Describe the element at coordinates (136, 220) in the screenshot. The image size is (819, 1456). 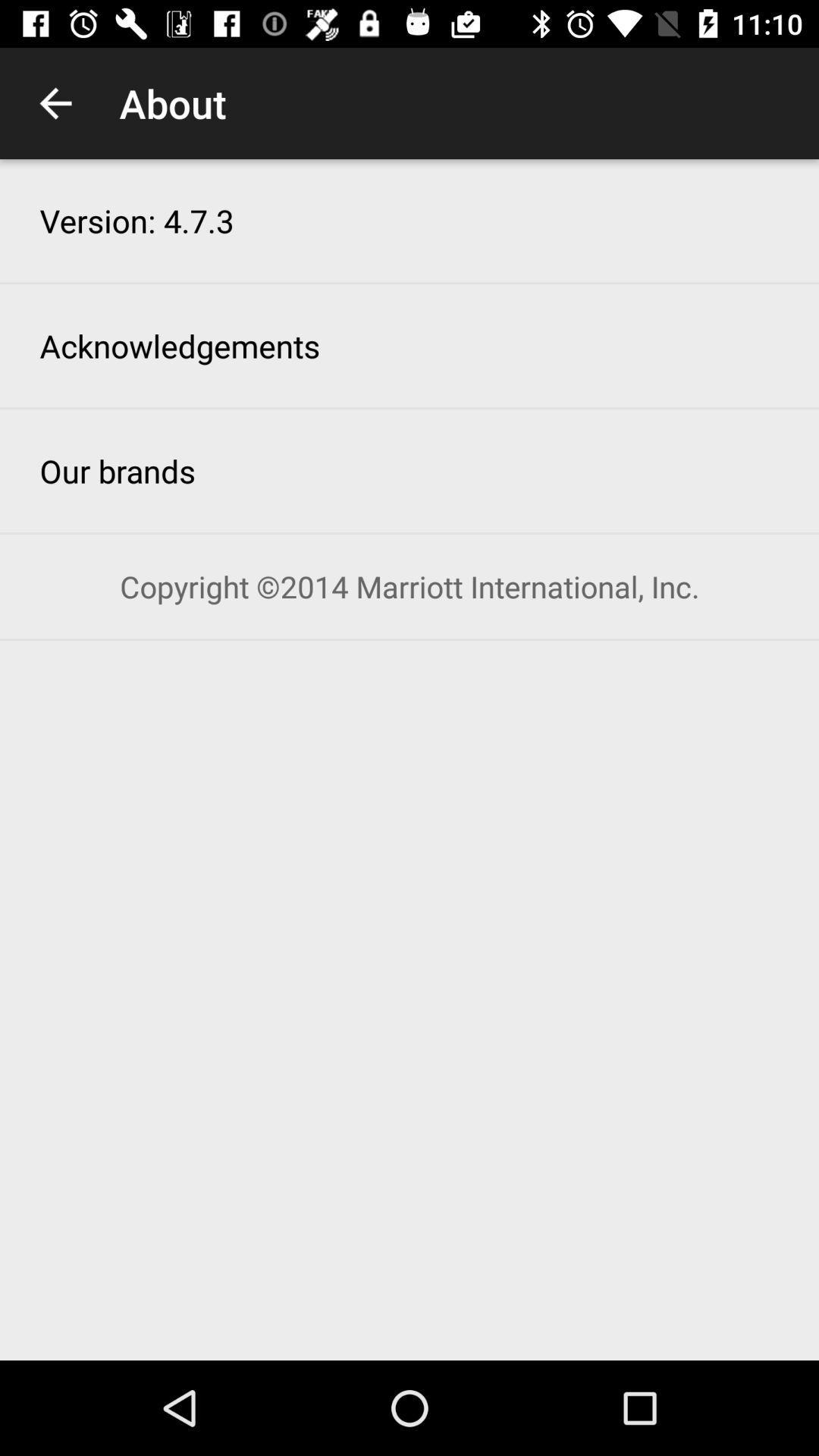
I see `version 4 7 icon` at that location.